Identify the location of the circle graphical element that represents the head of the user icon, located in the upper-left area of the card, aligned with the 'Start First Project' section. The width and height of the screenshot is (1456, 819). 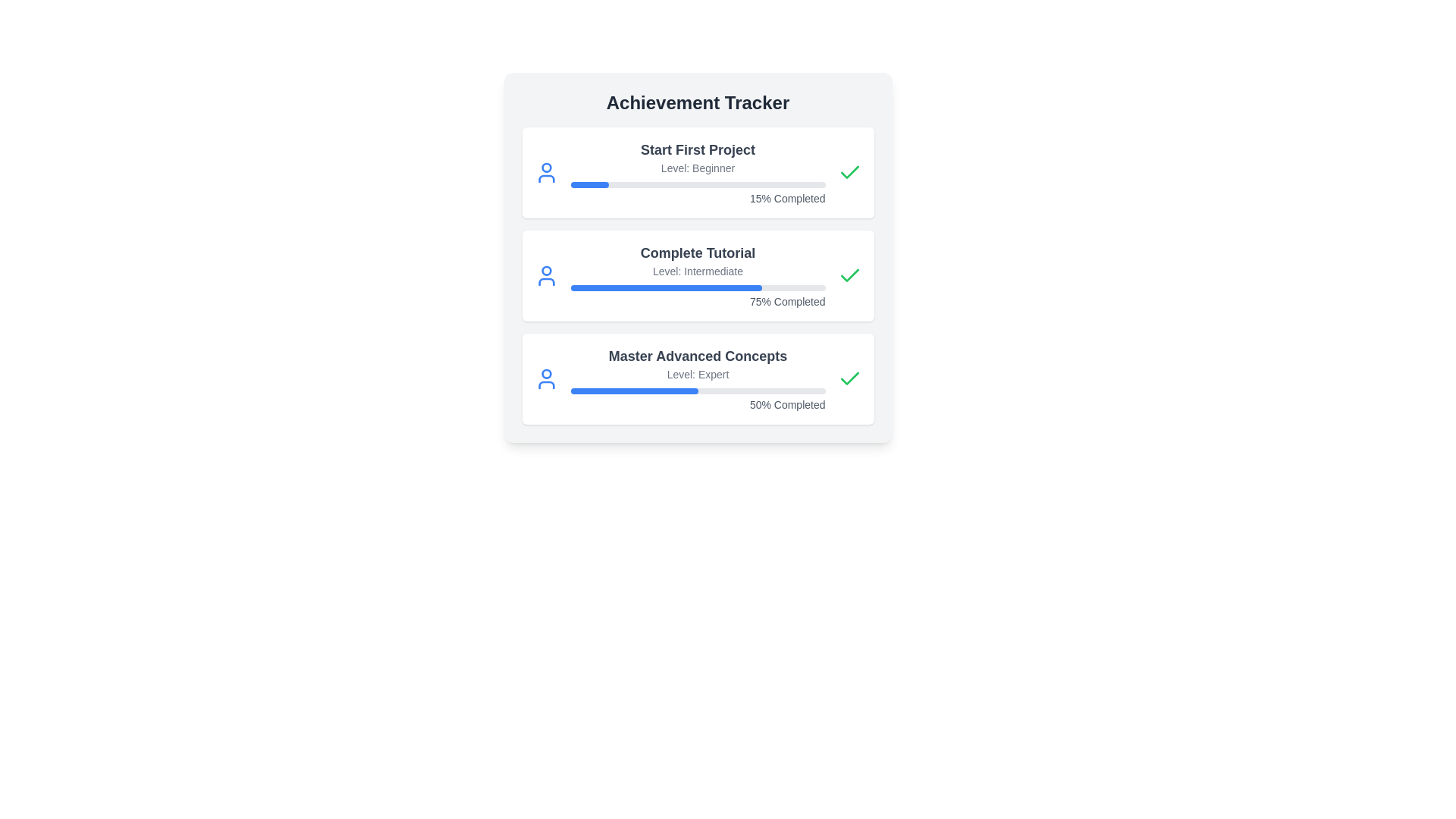
(546, 168).